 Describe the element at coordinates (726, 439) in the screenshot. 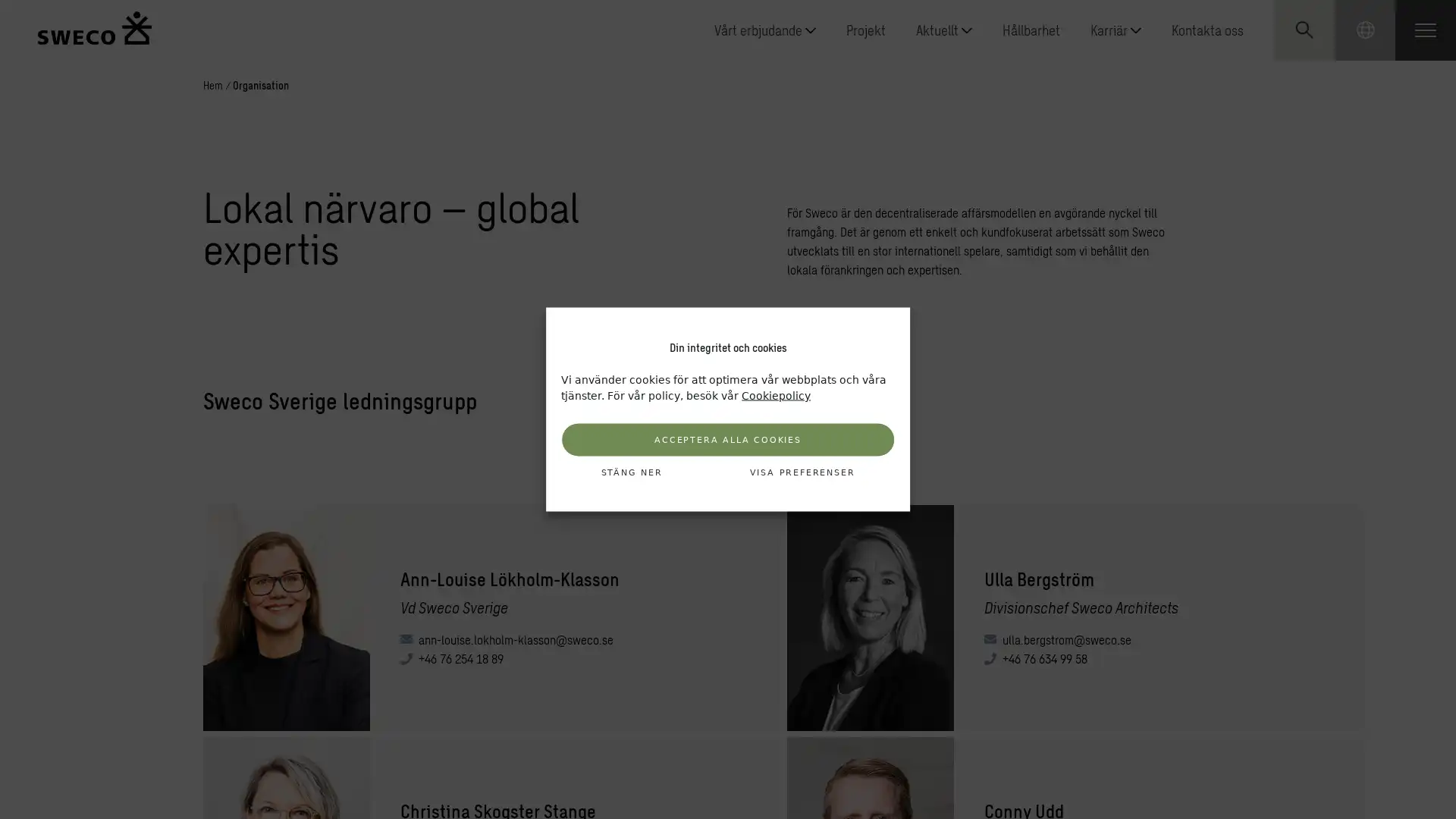

I see `ACCEPTERA ALLA COOKIES` at that location.